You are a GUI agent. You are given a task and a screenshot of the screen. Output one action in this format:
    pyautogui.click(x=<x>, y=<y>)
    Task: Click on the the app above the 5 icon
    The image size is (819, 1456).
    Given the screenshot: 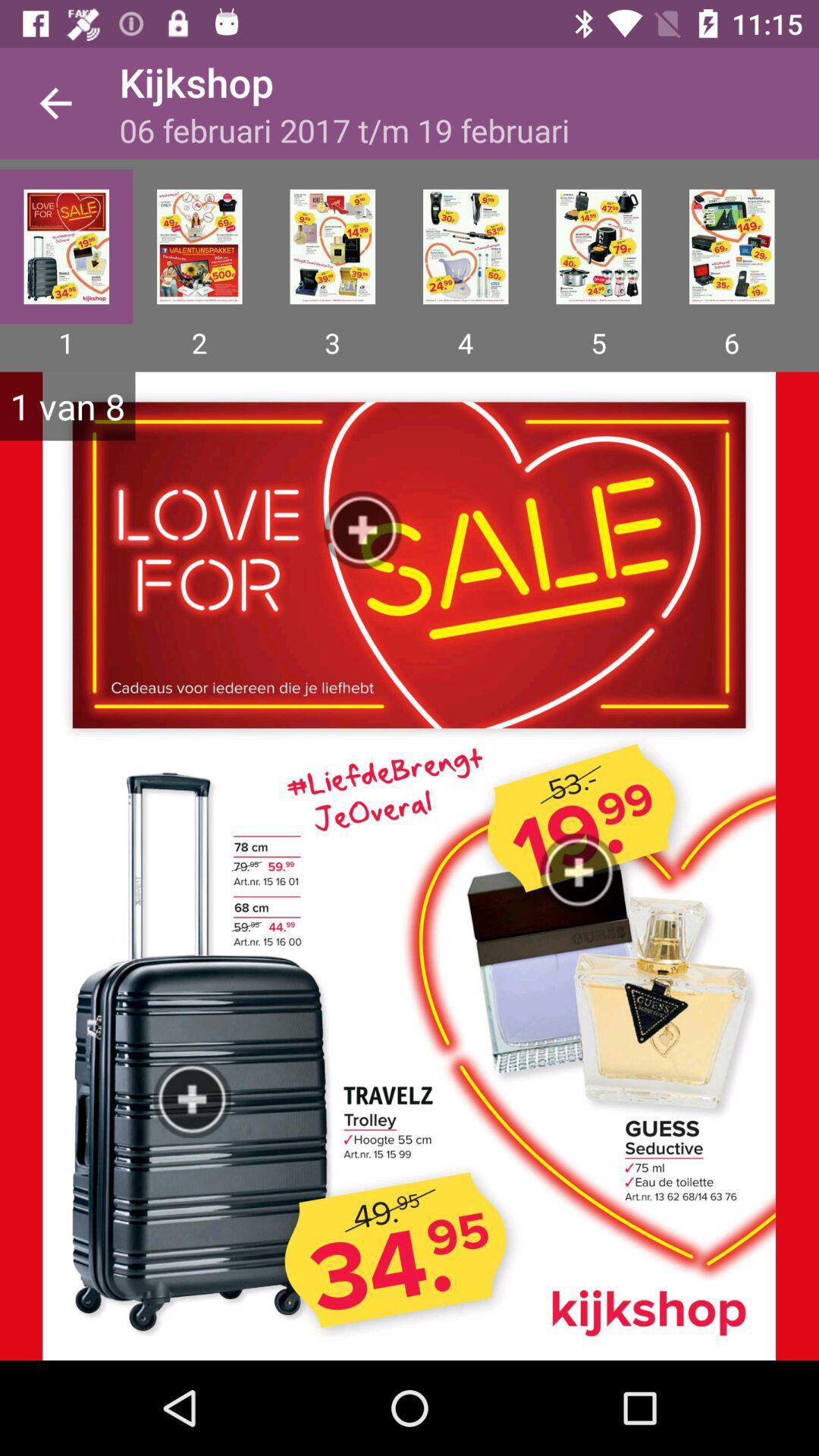 What is the action you would take?
    pyautogui.click(x=598, y=246)
    